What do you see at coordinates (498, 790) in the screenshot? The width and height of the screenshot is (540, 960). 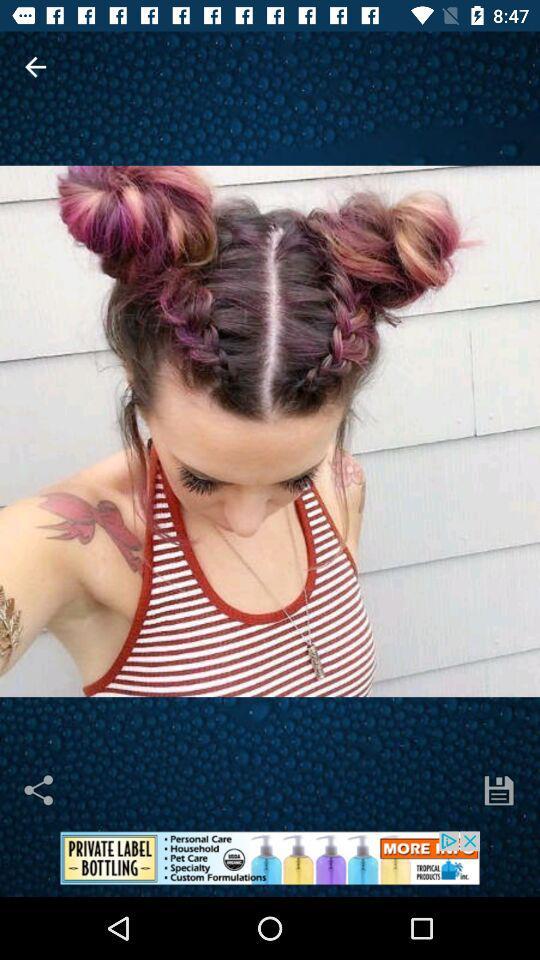 I see `save` at bounding box center [498, 790].